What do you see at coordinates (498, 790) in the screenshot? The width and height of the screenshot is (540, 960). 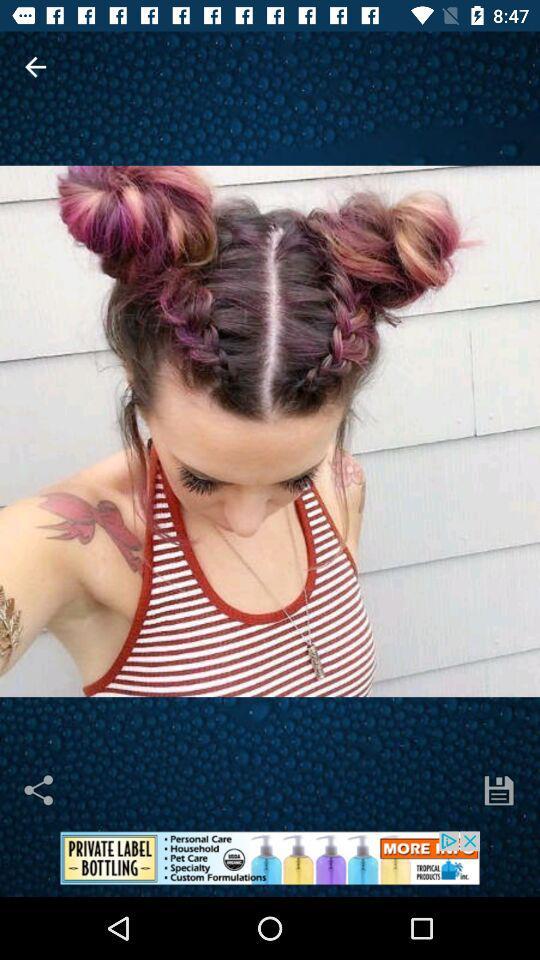 I see `save` at bounding box center [498, 790].